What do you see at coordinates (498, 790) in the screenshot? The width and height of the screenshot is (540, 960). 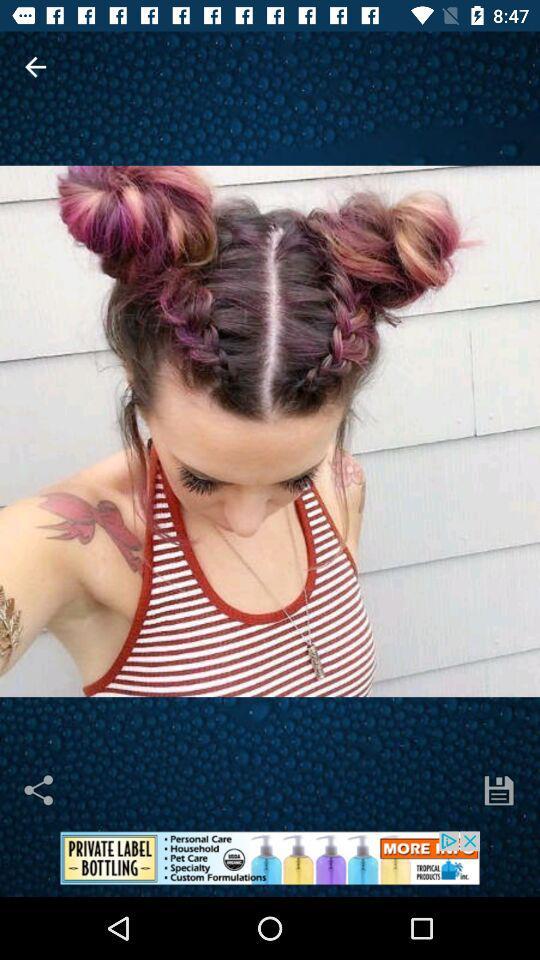 I see `save` at bounding box center [498, 790].